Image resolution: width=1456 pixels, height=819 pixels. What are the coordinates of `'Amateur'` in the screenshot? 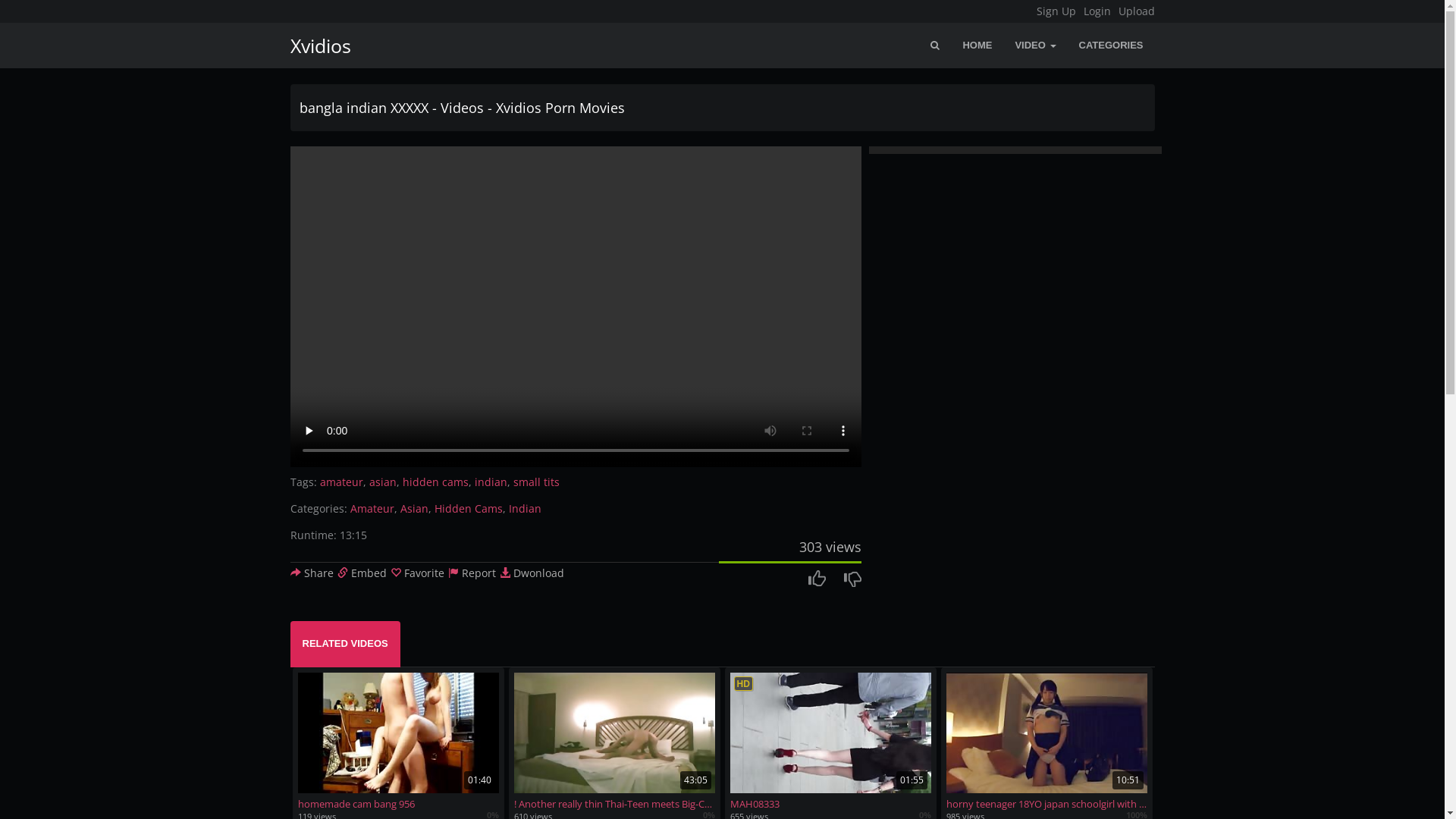 It's located at (372, 508).